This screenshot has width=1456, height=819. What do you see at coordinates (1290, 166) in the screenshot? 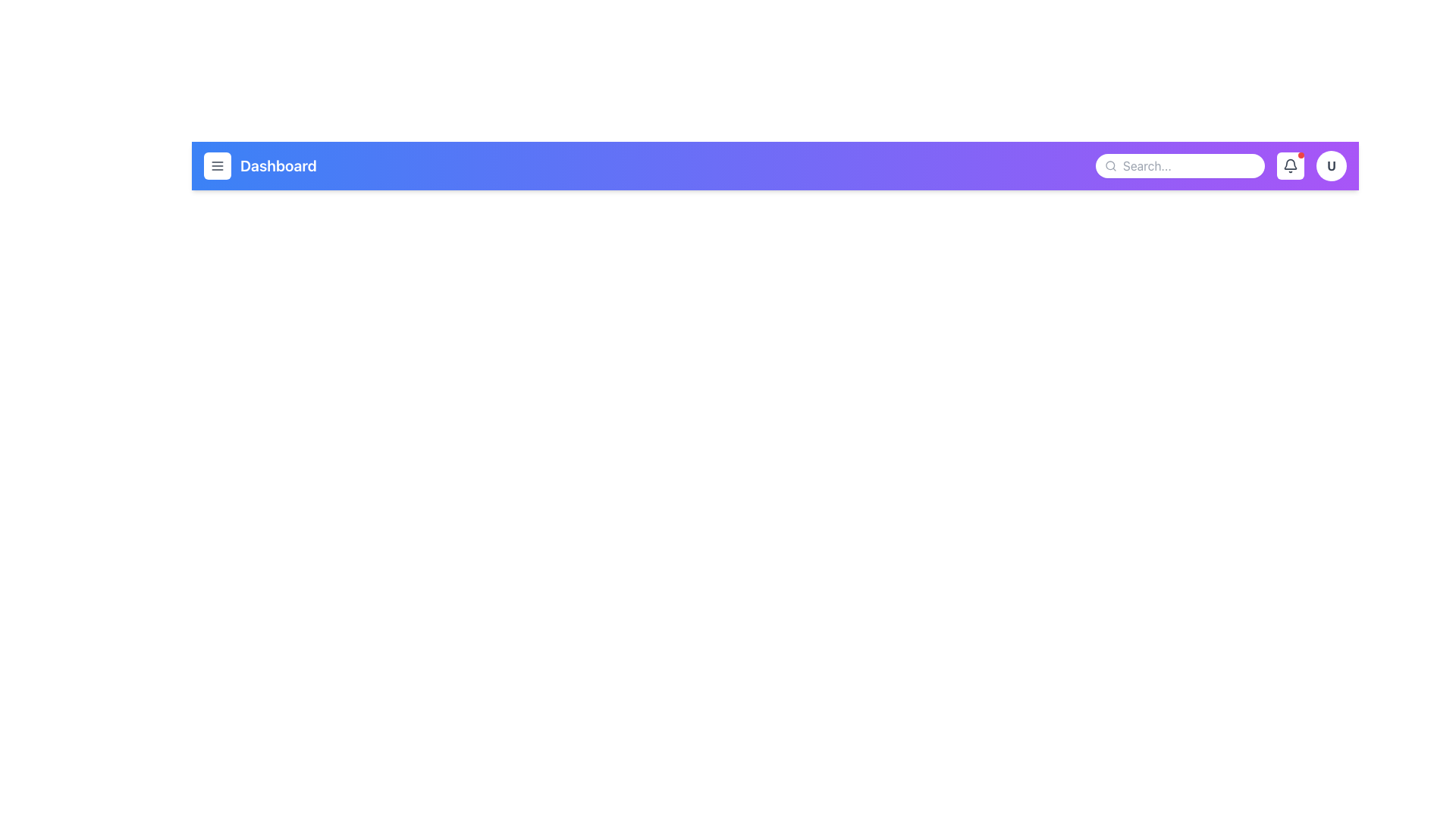
I see `the notification bell icon located in the top-right section of the page header for accessibility` at bounding box center [1290, 166].